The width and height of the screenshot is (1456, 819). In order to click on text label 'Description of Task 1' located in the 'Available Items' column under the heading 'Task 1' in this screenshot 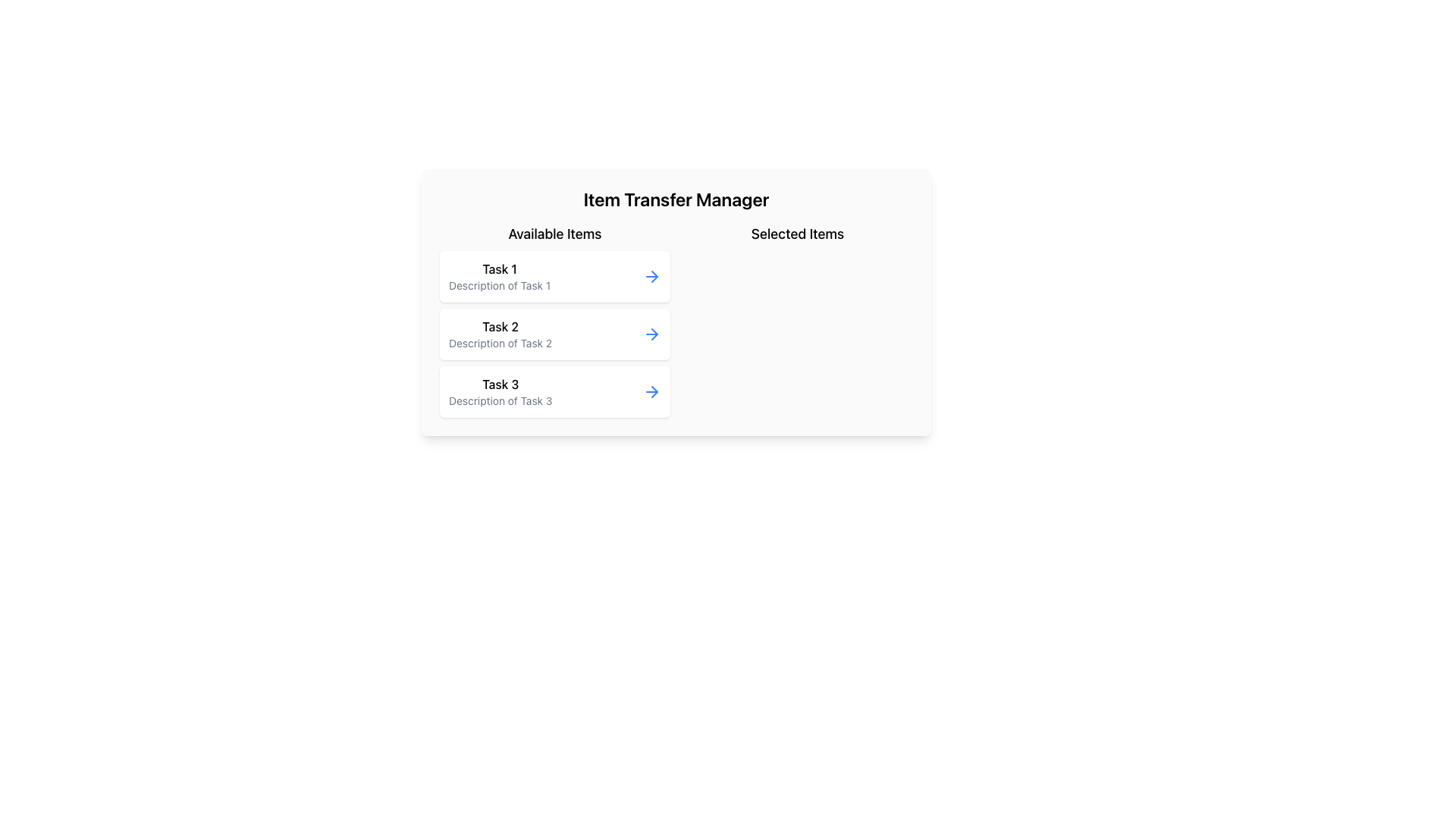, I will do `click(500, 286)`.